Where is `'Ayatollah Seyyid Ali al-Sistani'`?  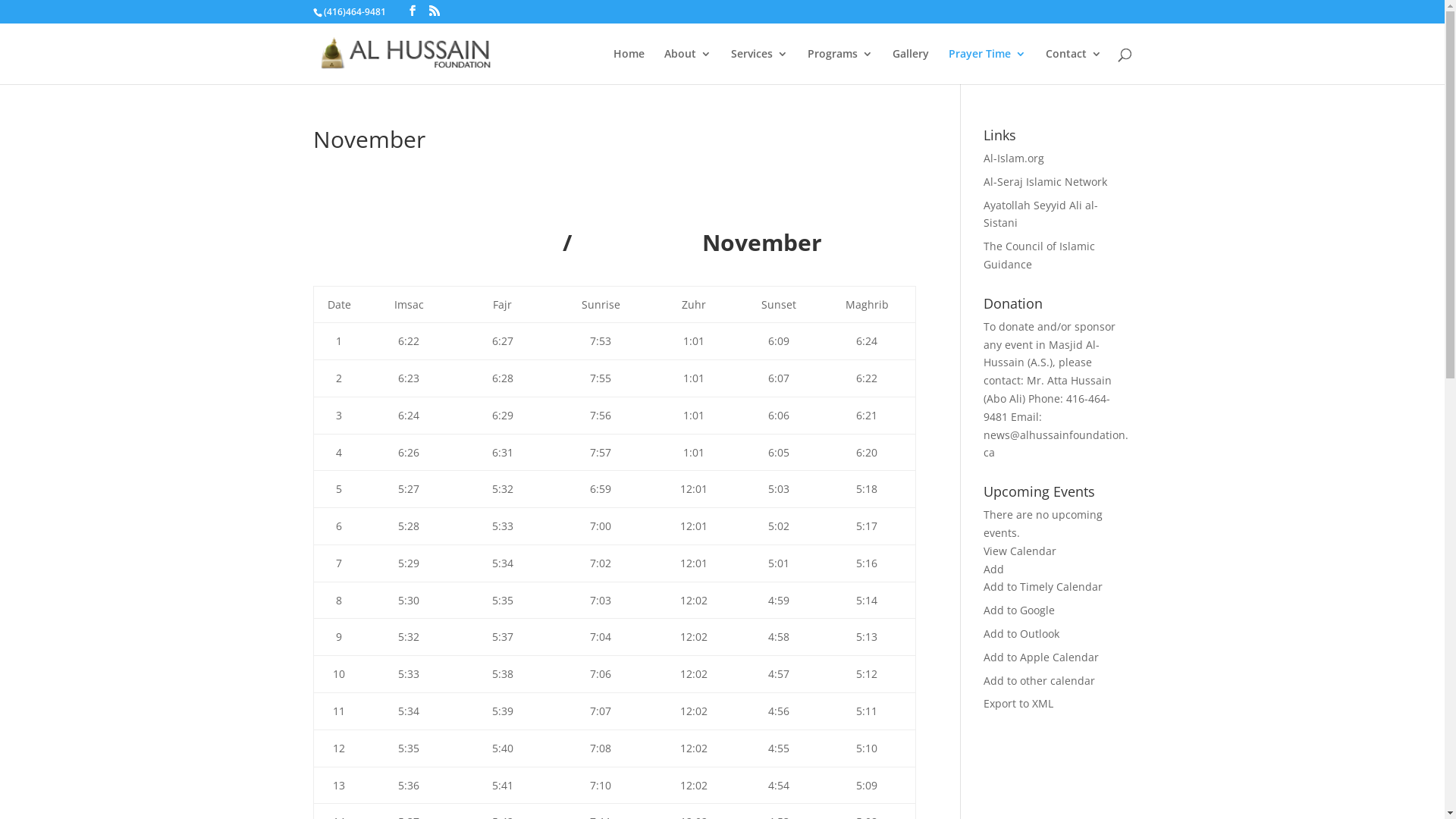
'Ayatollah Seyyid Ali al-Sistani' is located at coordinates (1040, 214).